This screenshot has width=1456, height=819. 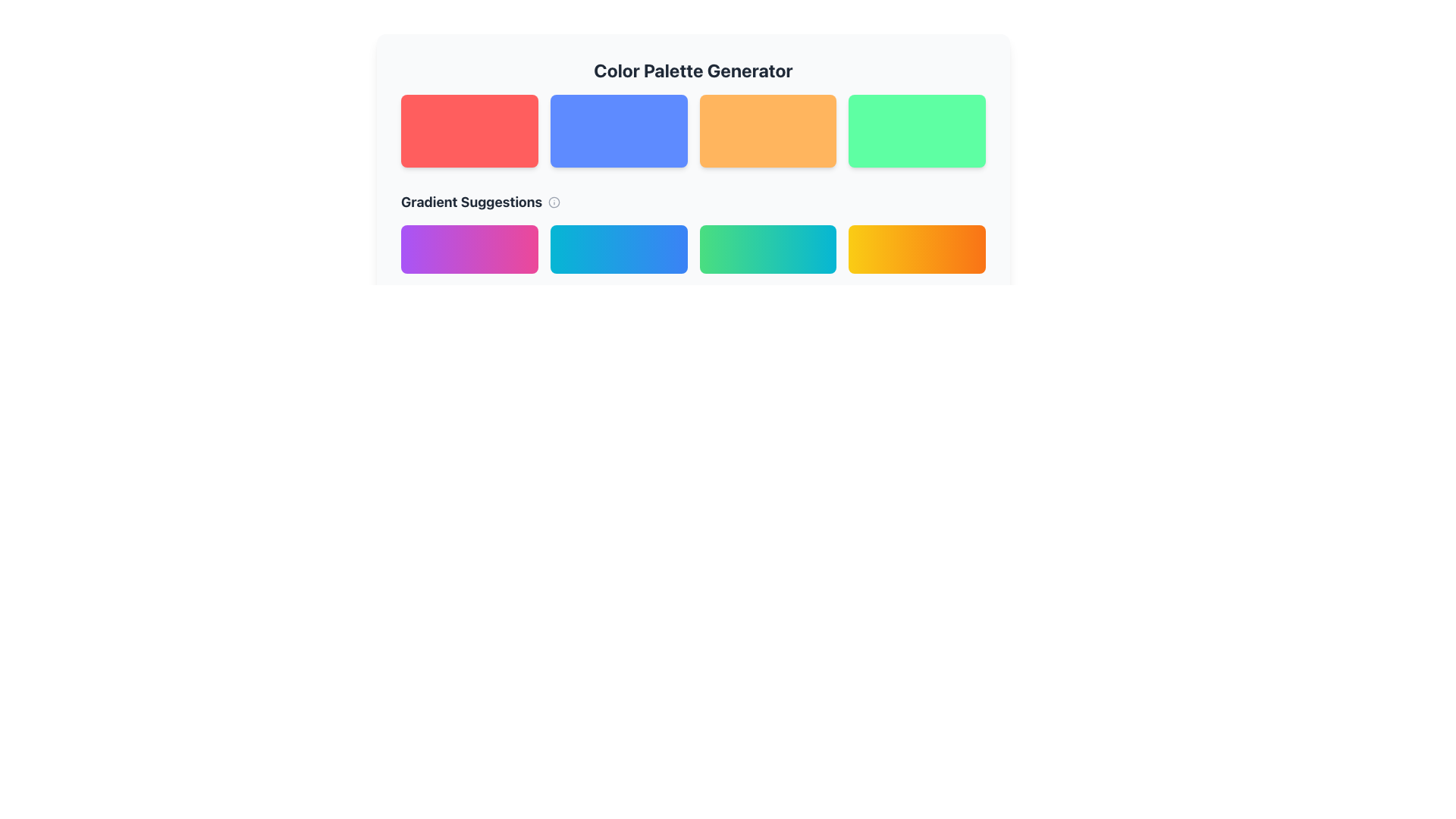 I want to click on the small circular gray information icon located to the right of the text 'Gradient Suggestions', so click(x=554, y=201).